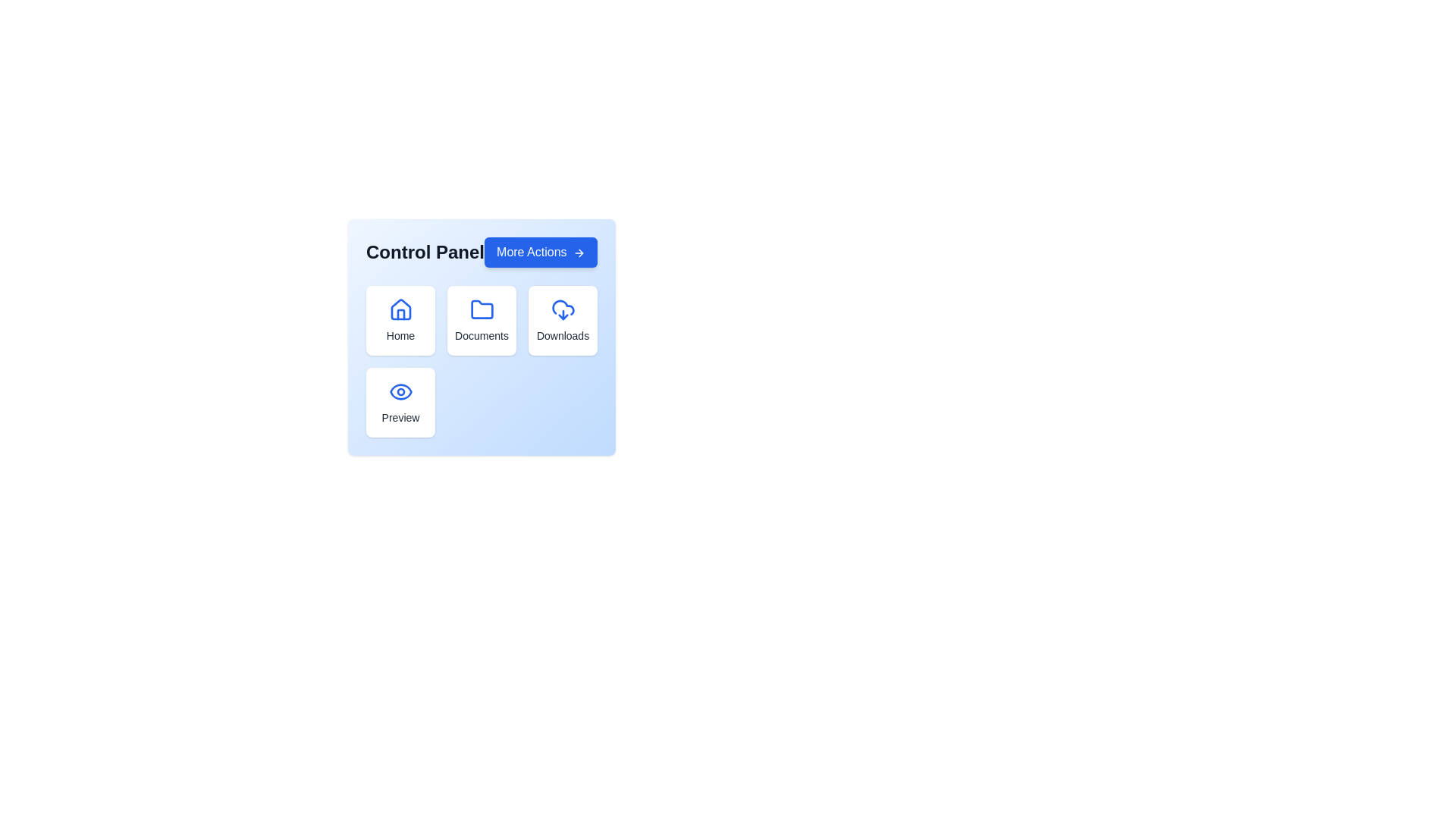 Image resolution: width=1456 pixels, height=819 pixels. What do you see at coordinates (400, 320) in the screenshot?
I see `the 'Home' button` at bounding box center [400, 320].